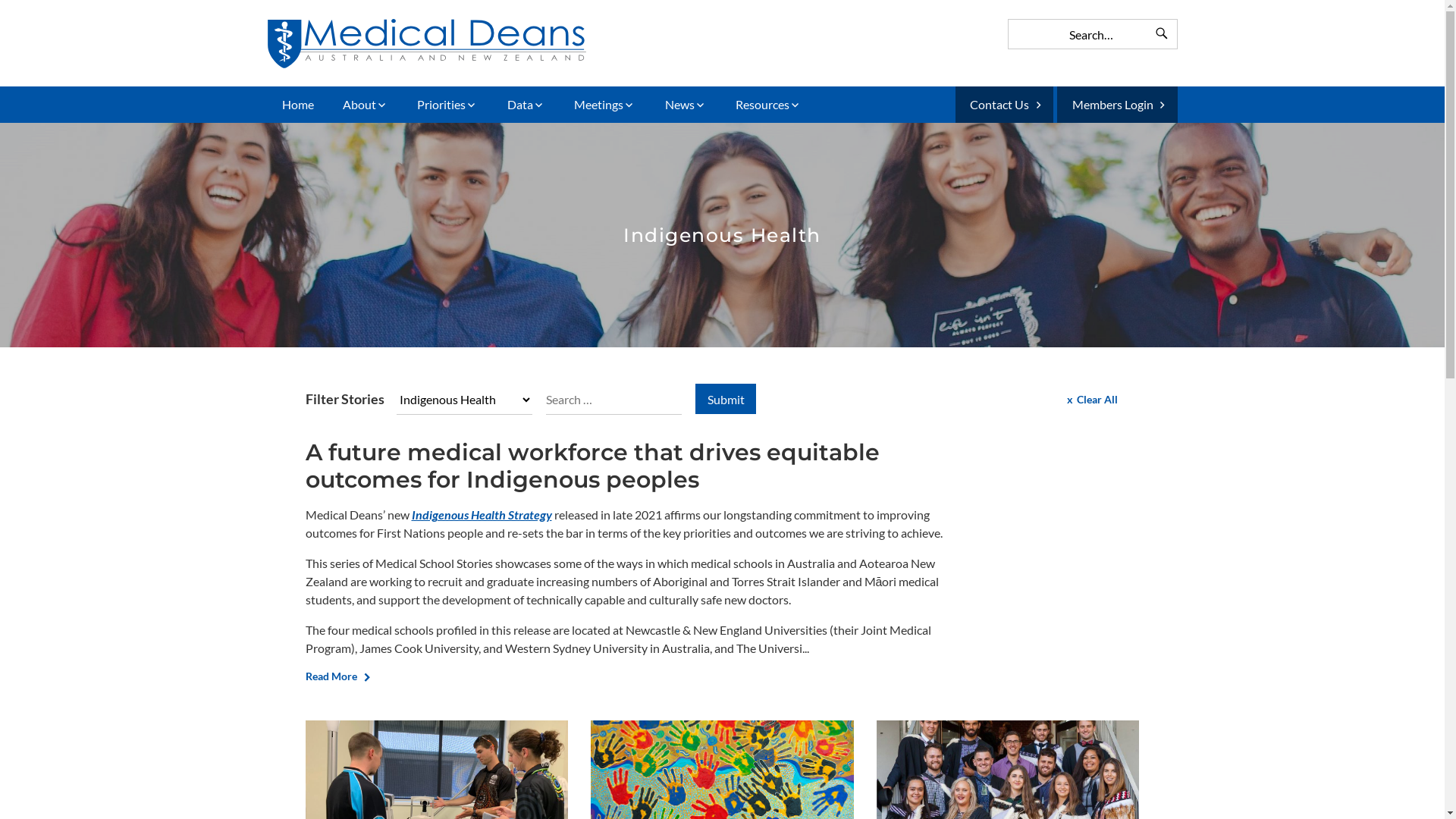 The image size is (1456, 819). What do you see at coordinates (1065, 398) in the screenshot?
I see `'Clear All'` at bounding box center [1065, 398].